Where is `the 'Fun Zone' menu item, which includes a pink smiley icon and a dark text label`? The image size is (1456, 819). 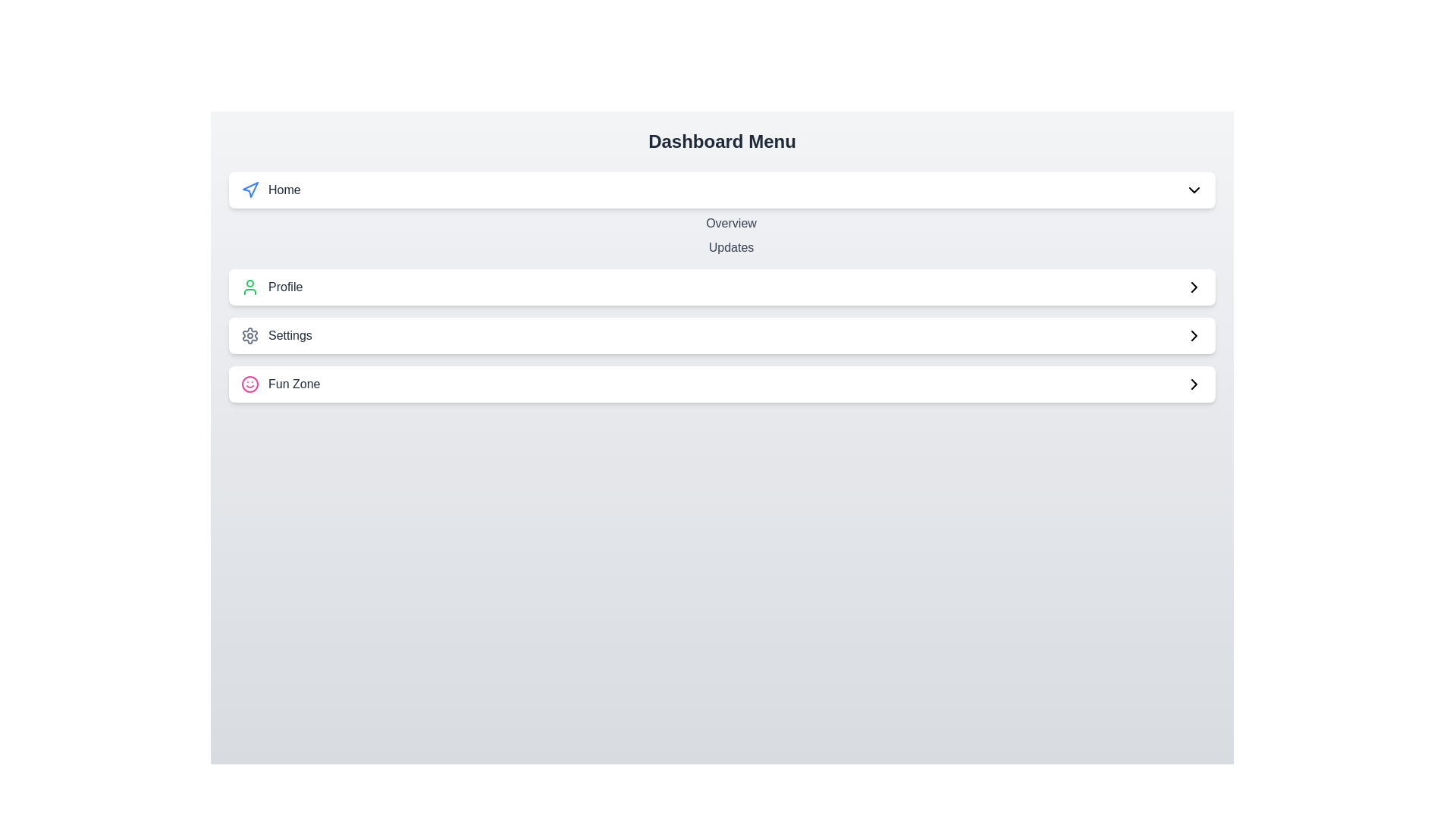 the 'Fun Zone' menu item, which includes a pink smiley icon and a dark text label is located at coordinates (281, 383).